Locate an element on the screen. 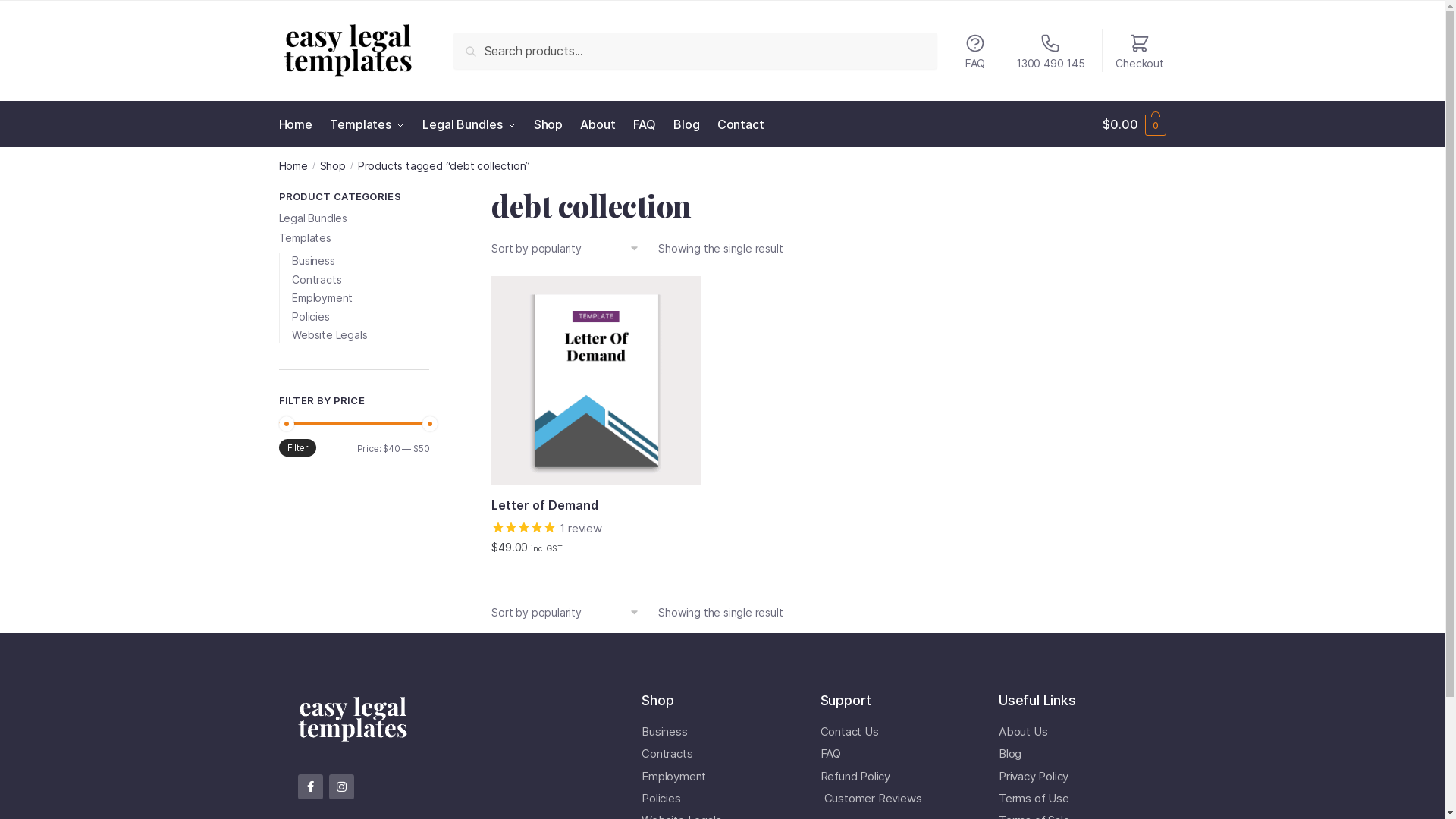  'Filter' is located at coordinates (298, 447).